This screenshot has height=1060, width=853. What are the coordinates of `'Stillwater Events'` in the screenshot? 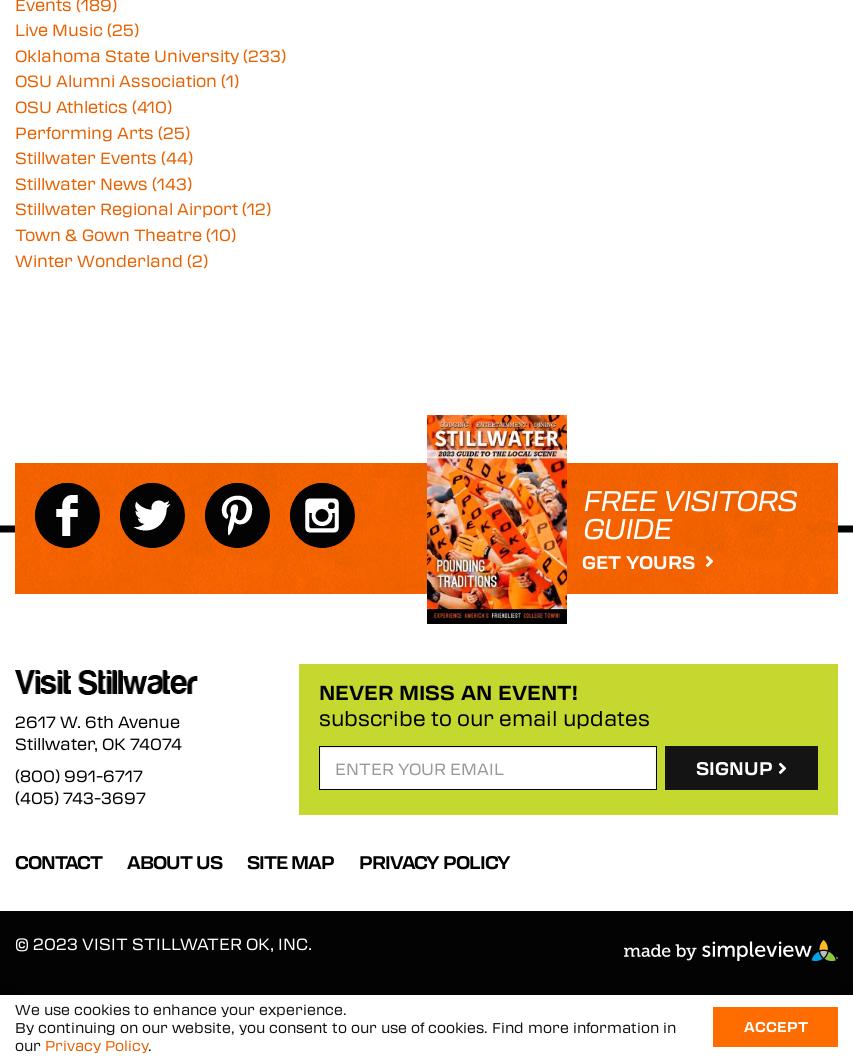 It's located at (87, 156).